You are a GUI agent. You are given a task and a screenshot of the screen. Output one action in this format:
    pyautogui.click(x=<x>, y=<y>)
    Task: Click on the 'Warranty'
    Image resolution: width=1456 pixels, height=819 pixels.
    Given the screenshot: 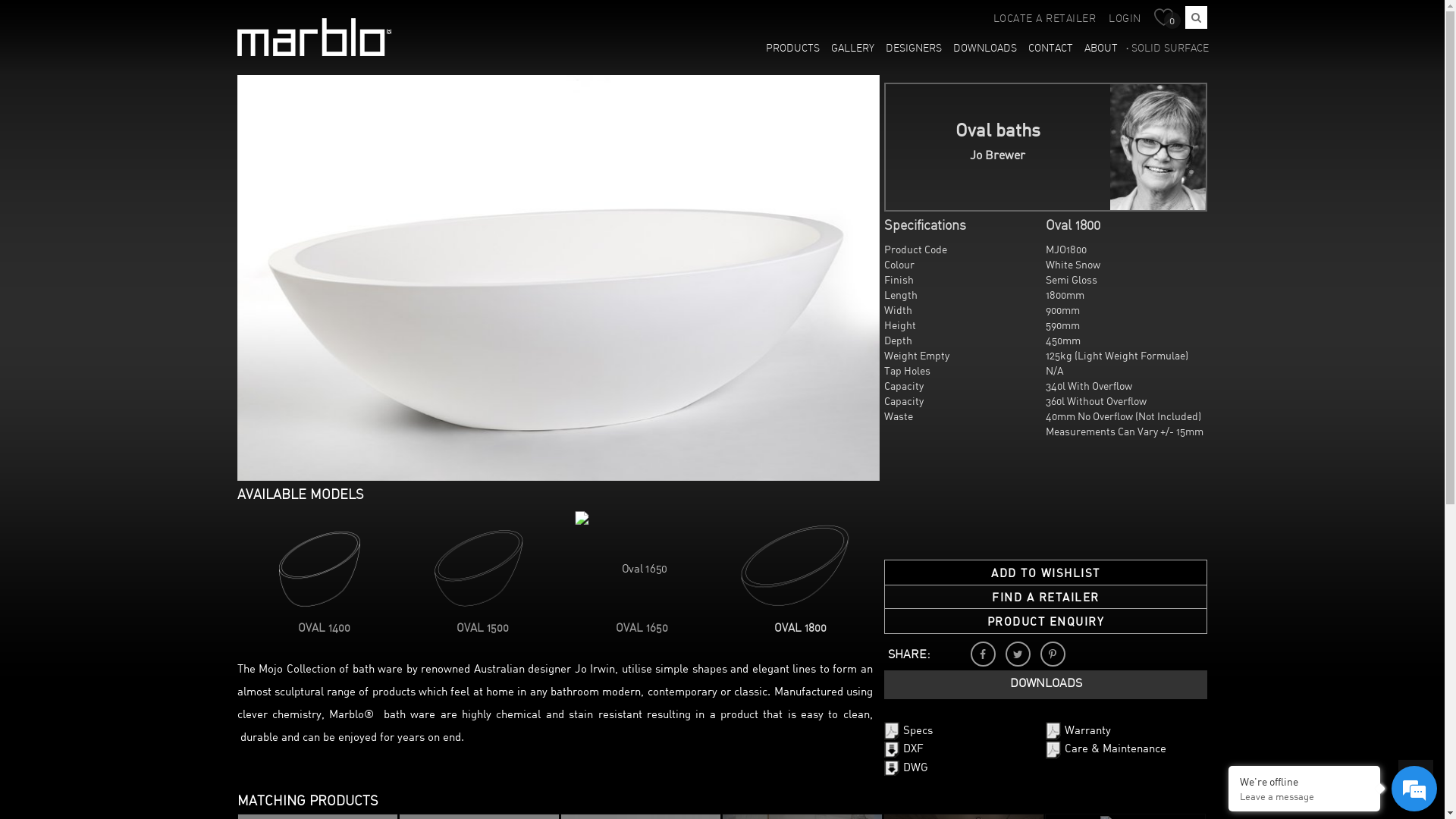 What is the action you would take?
    pyautogui.click(x=1077, y=730)
    